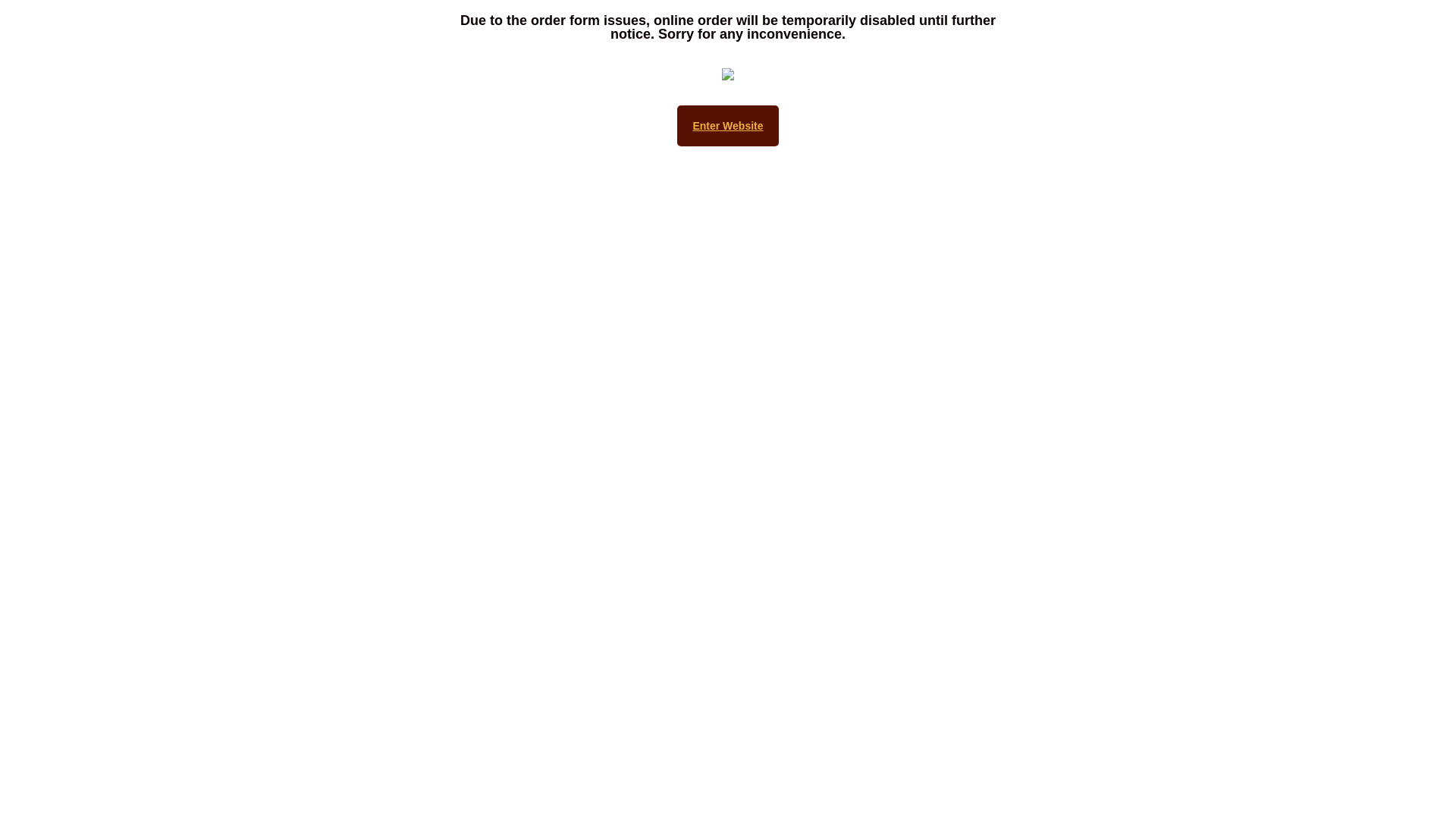  I want to click on 'Enter Website', so click(726, 124).